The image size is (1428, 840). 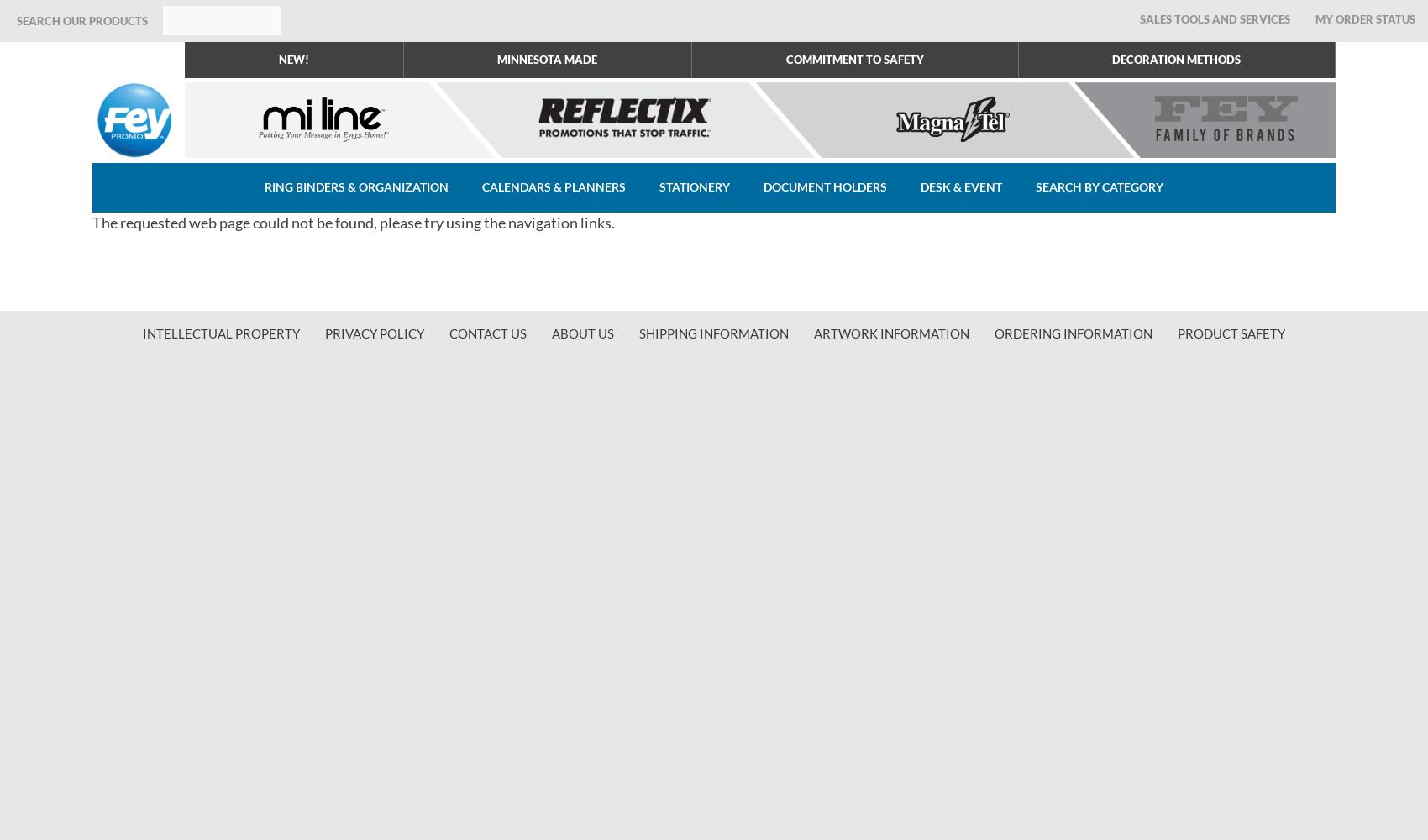 I want to click on 'Decoration Methods', so click(x=1175, y=59).